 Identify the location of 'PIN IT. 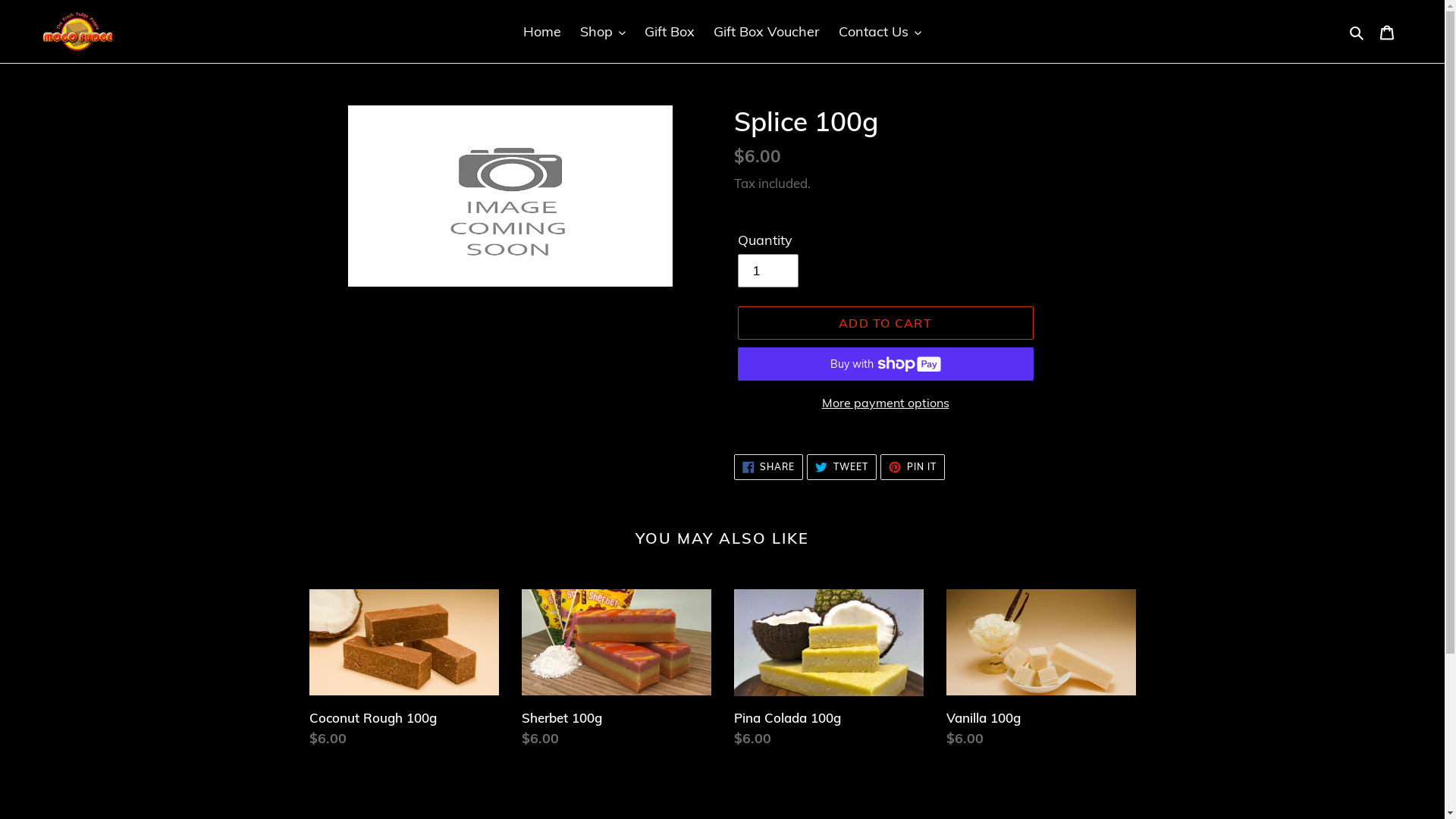
(912, 466).